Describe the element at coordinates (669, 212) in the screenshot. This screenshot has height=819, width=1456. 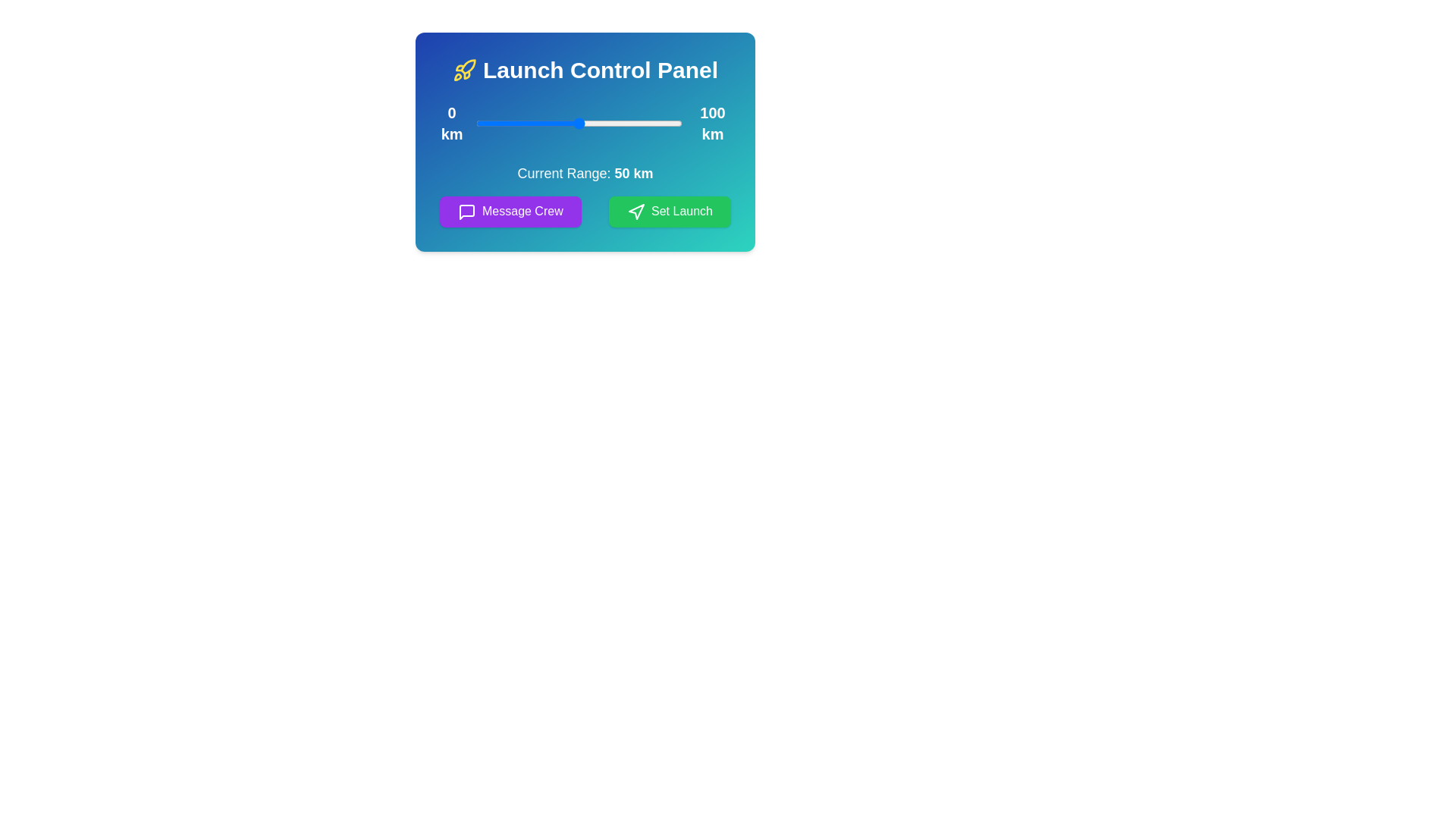
I see `the 'Set Launch' button to initiate the launch sequence` at that location.